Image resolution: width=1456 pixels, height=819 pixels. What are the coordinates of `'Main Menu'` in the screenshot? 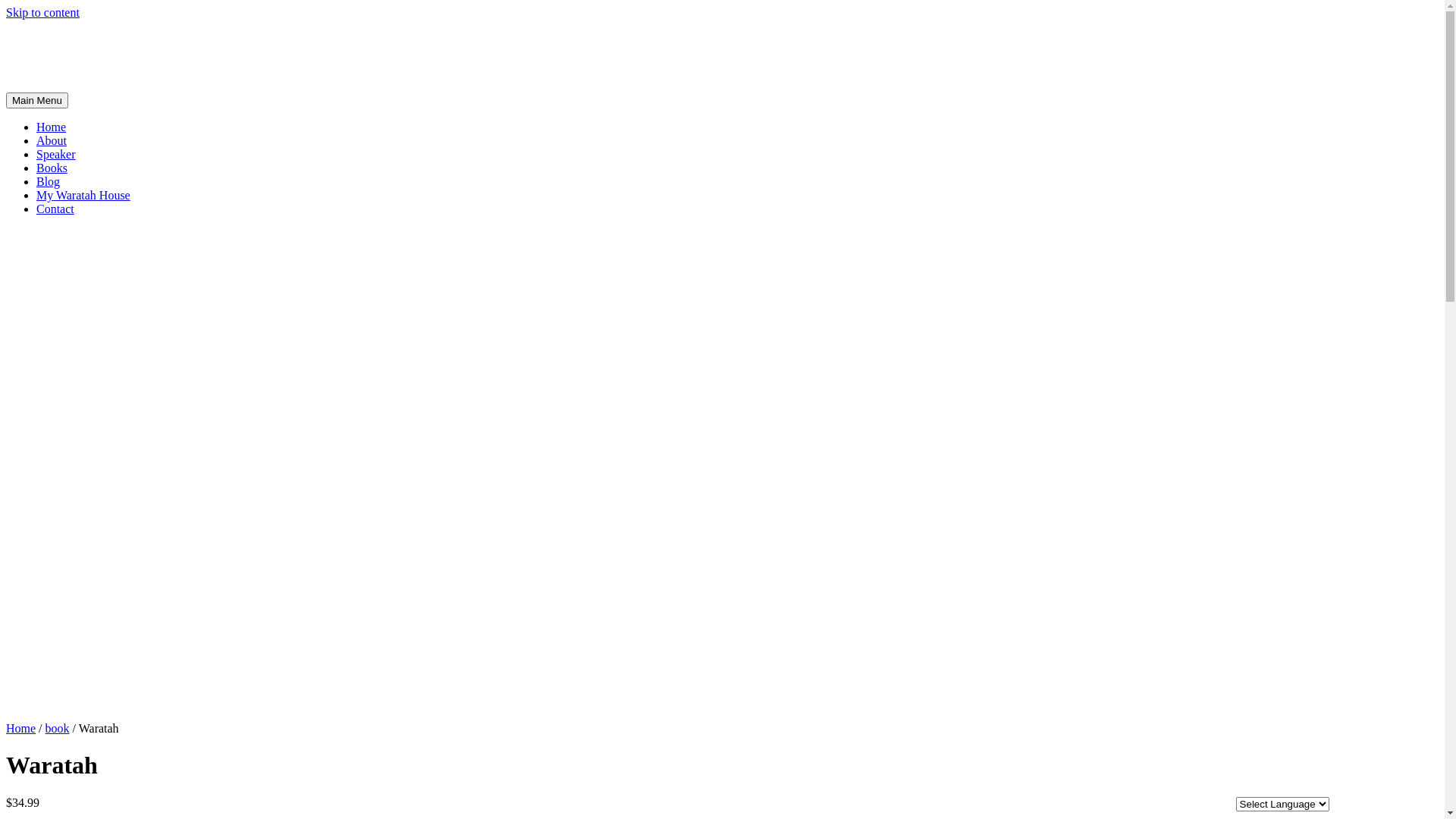 It's located at (36, 100).